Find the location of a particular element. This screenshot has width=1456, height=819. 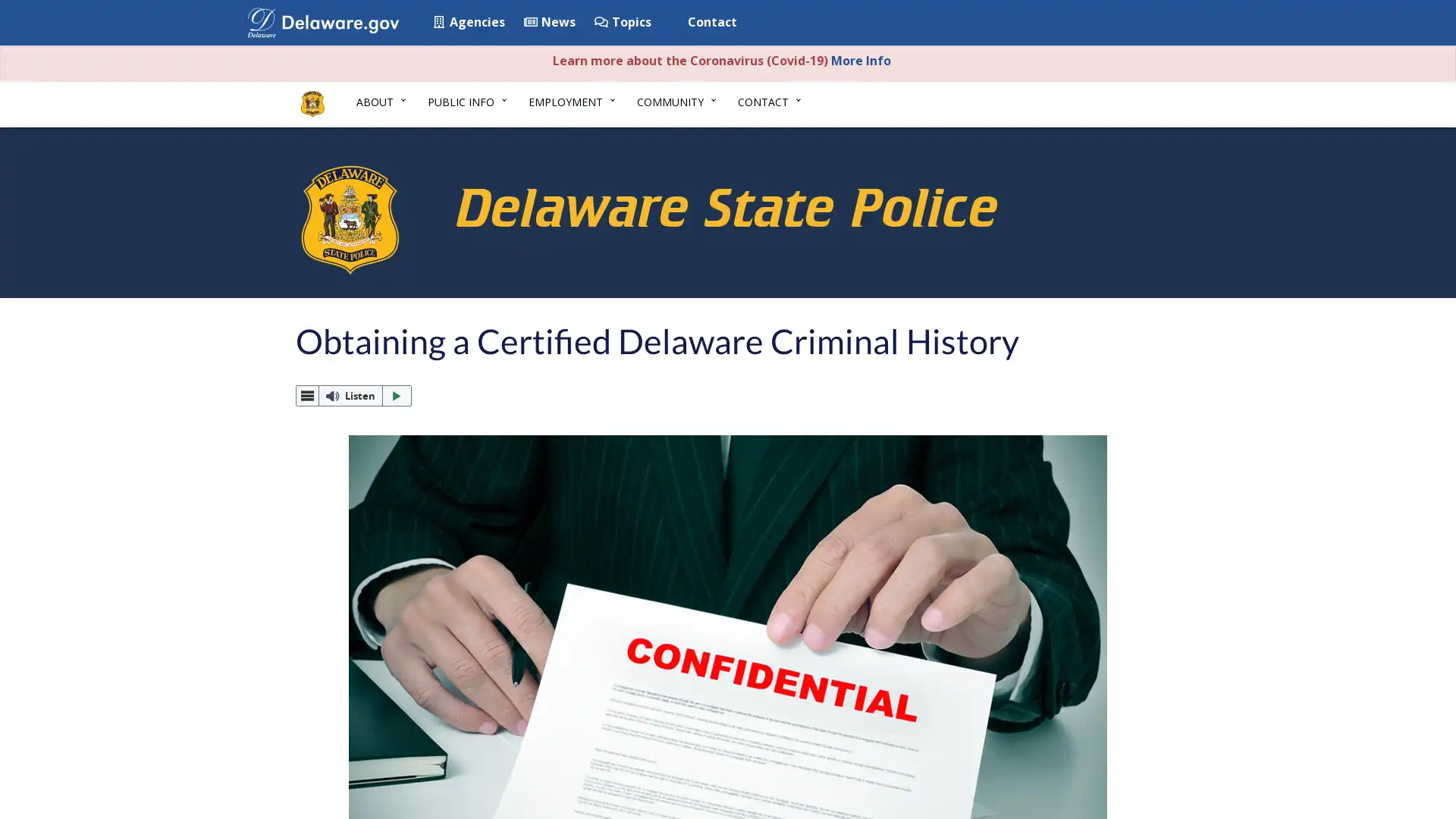

ReadSpeaker webReader: Listen with webReader is located at coordinates (353, 394).